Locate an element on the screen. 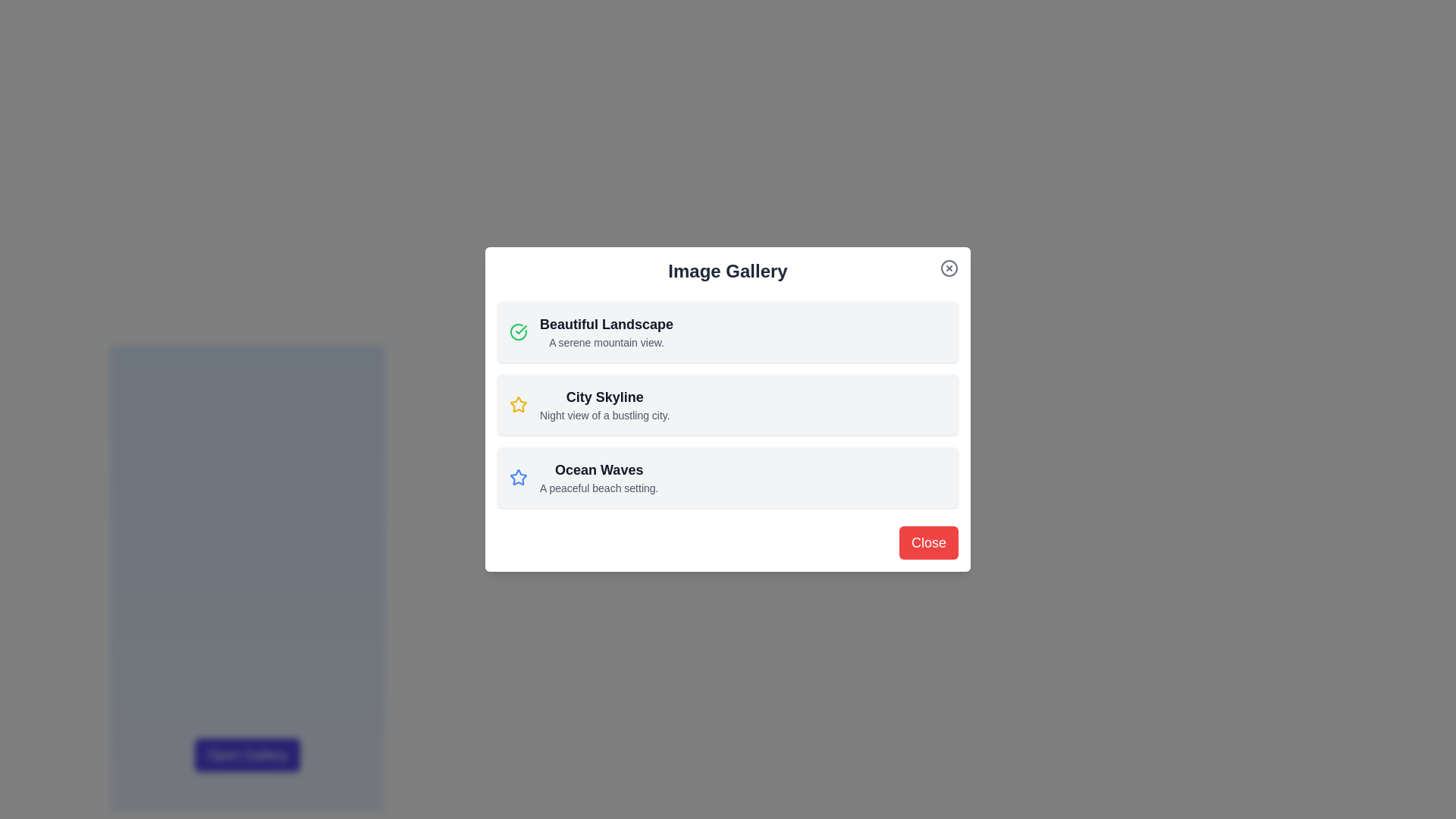 The width and height of the screenshot is (1456, 819). text label that displays 'Ocean Waves', which is styled prominently as a header above the subtitle 'A peaceful beach setting' is located at coordinates (598, 469).